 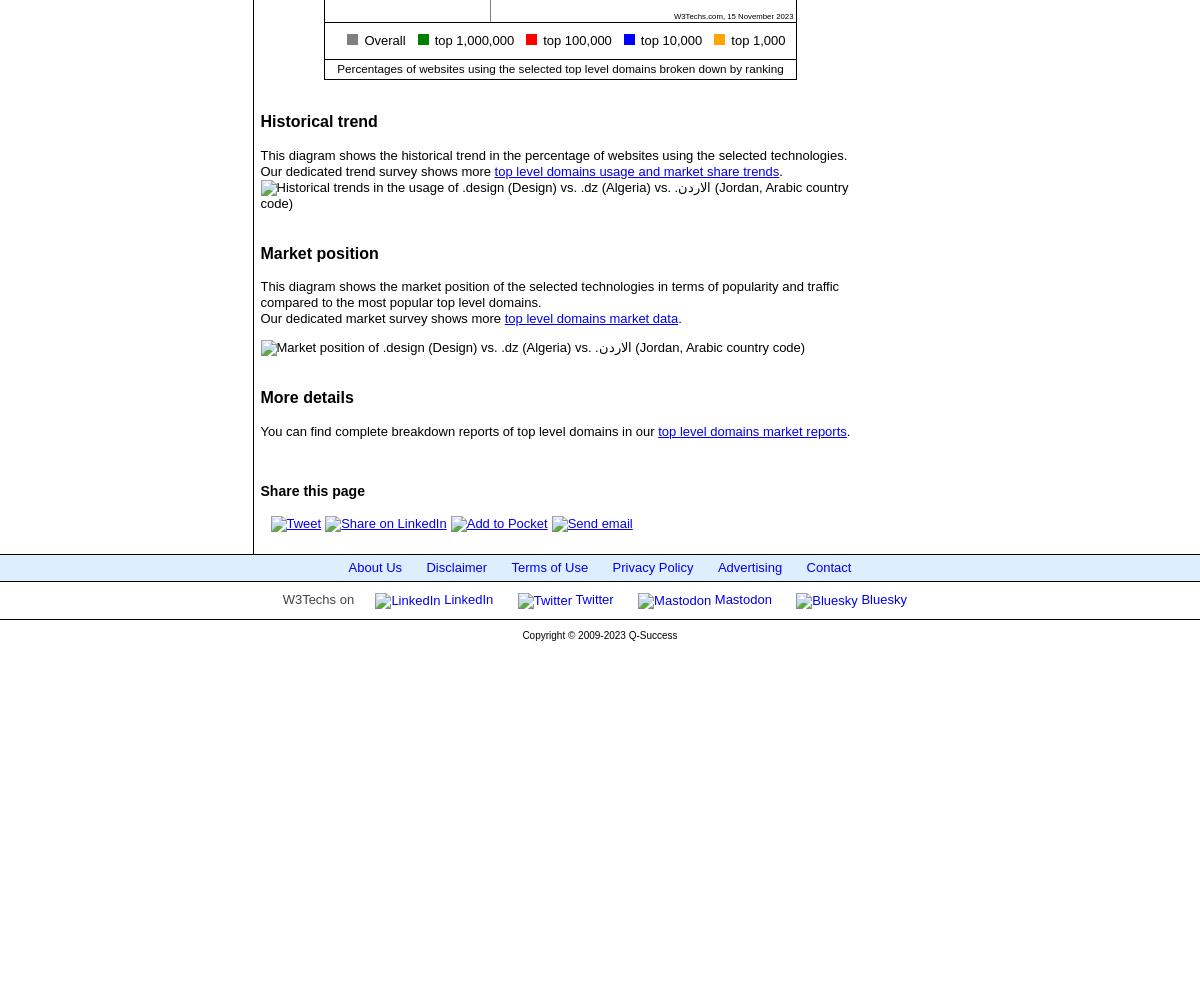 What do you see at coordinates (375, 565) in the screenshot?
I see `'About Us'` at bounding box center [375, 565].